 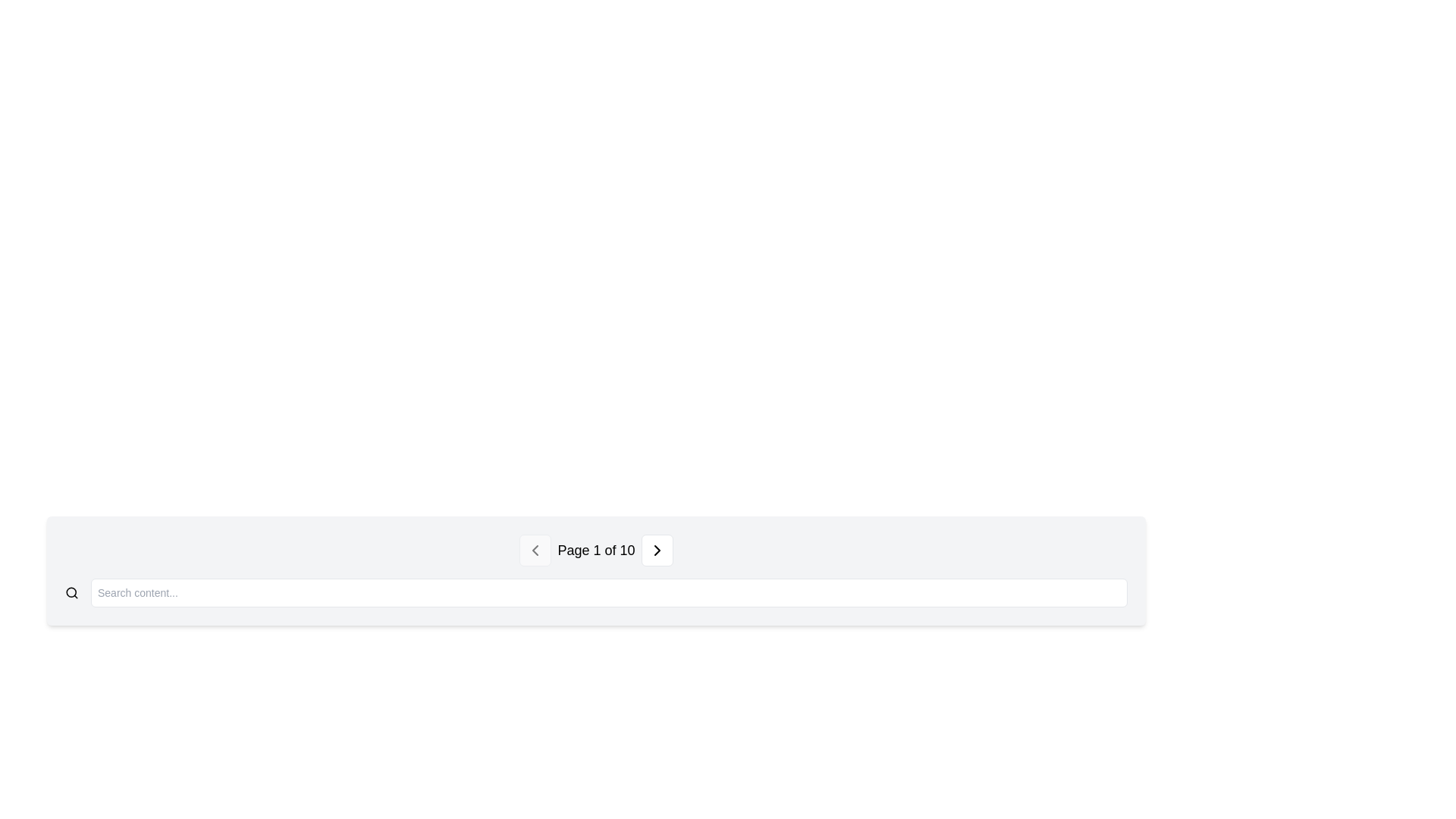 I want to click on the Navigation Button (Chevron Icon) positioned at the bottom center of the interface, so click(x=657, y=550).